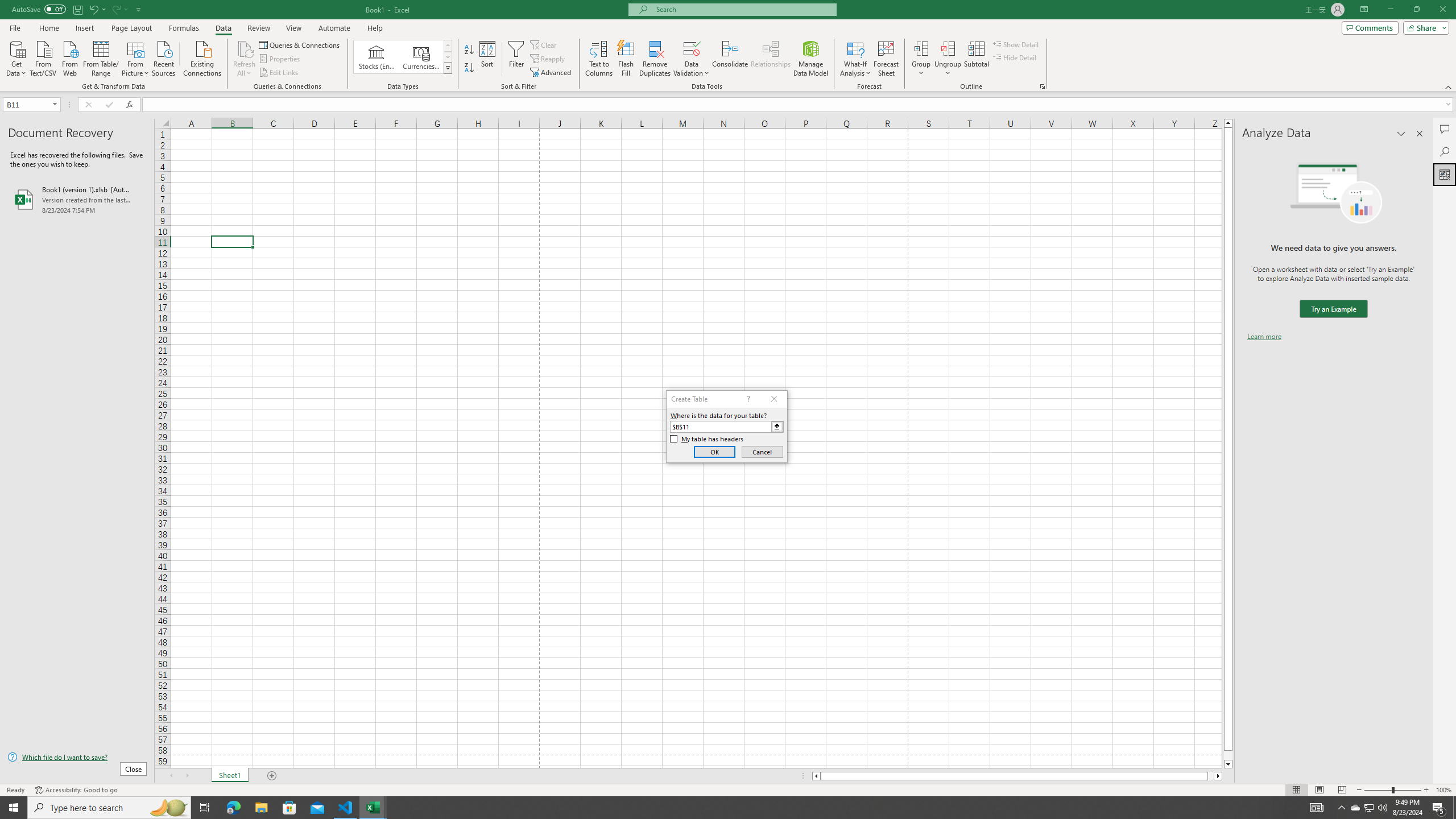  I want to click on 'Row Down', so click(448, 56).